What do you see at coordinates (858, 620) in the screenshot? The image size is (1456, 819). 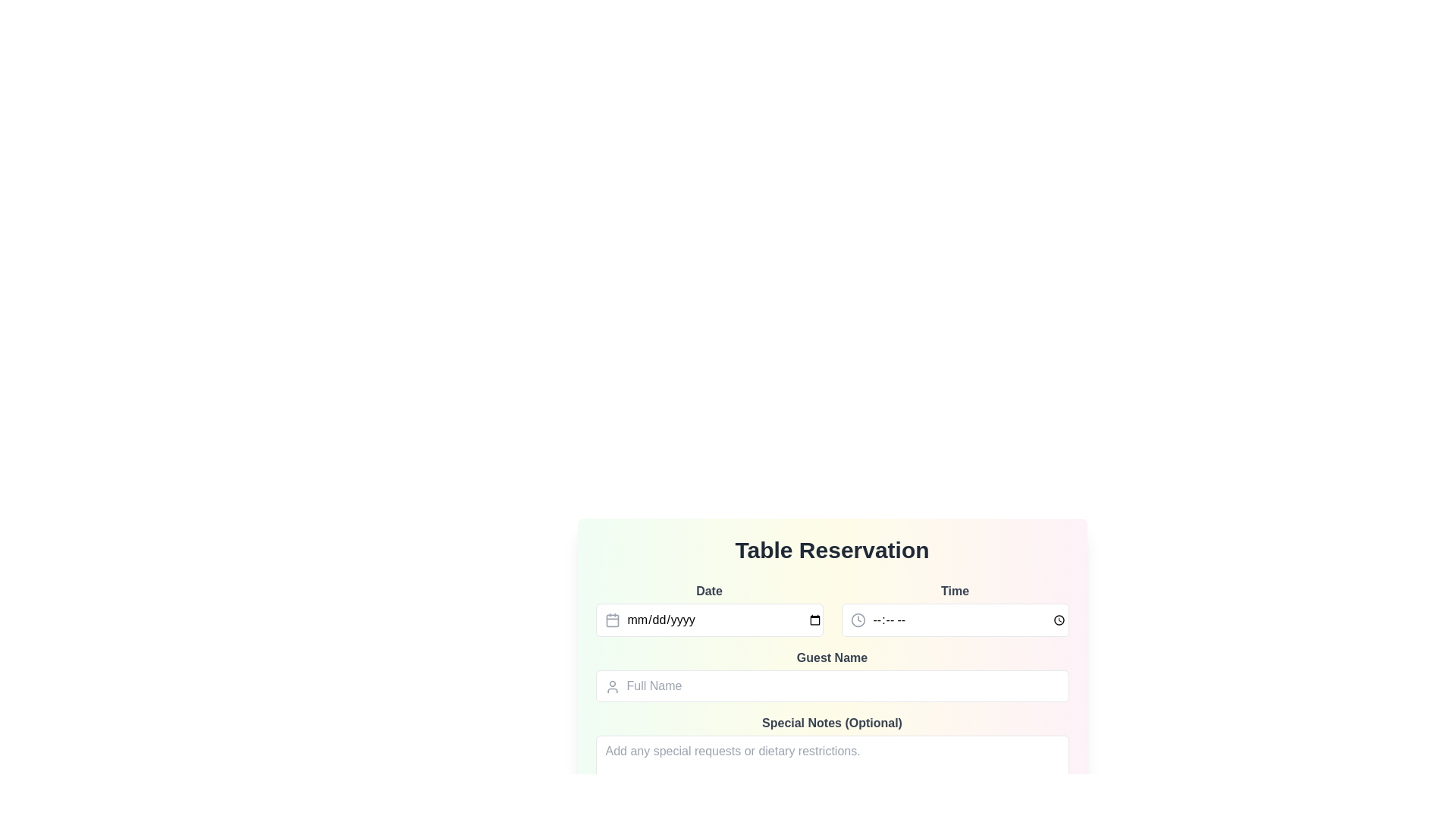 I see `the Circle element of the clock icon in the 'Time' input field of the 'Table Reservation' form, located to the left of the placeholder text '--:-- --'` at bounding box center [858, 620].